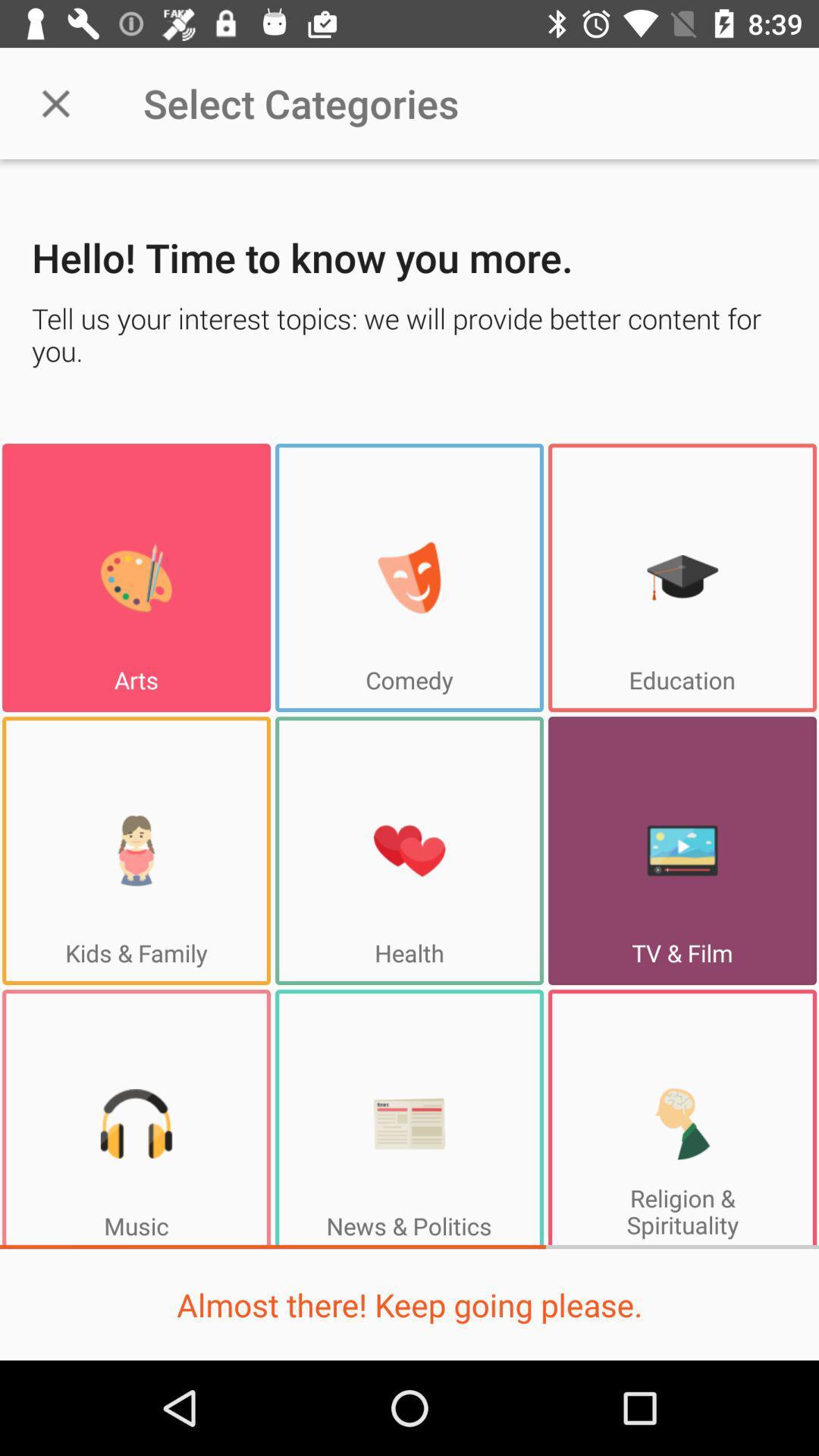  I want to click on item above the hello time to item, so click(55, 102).